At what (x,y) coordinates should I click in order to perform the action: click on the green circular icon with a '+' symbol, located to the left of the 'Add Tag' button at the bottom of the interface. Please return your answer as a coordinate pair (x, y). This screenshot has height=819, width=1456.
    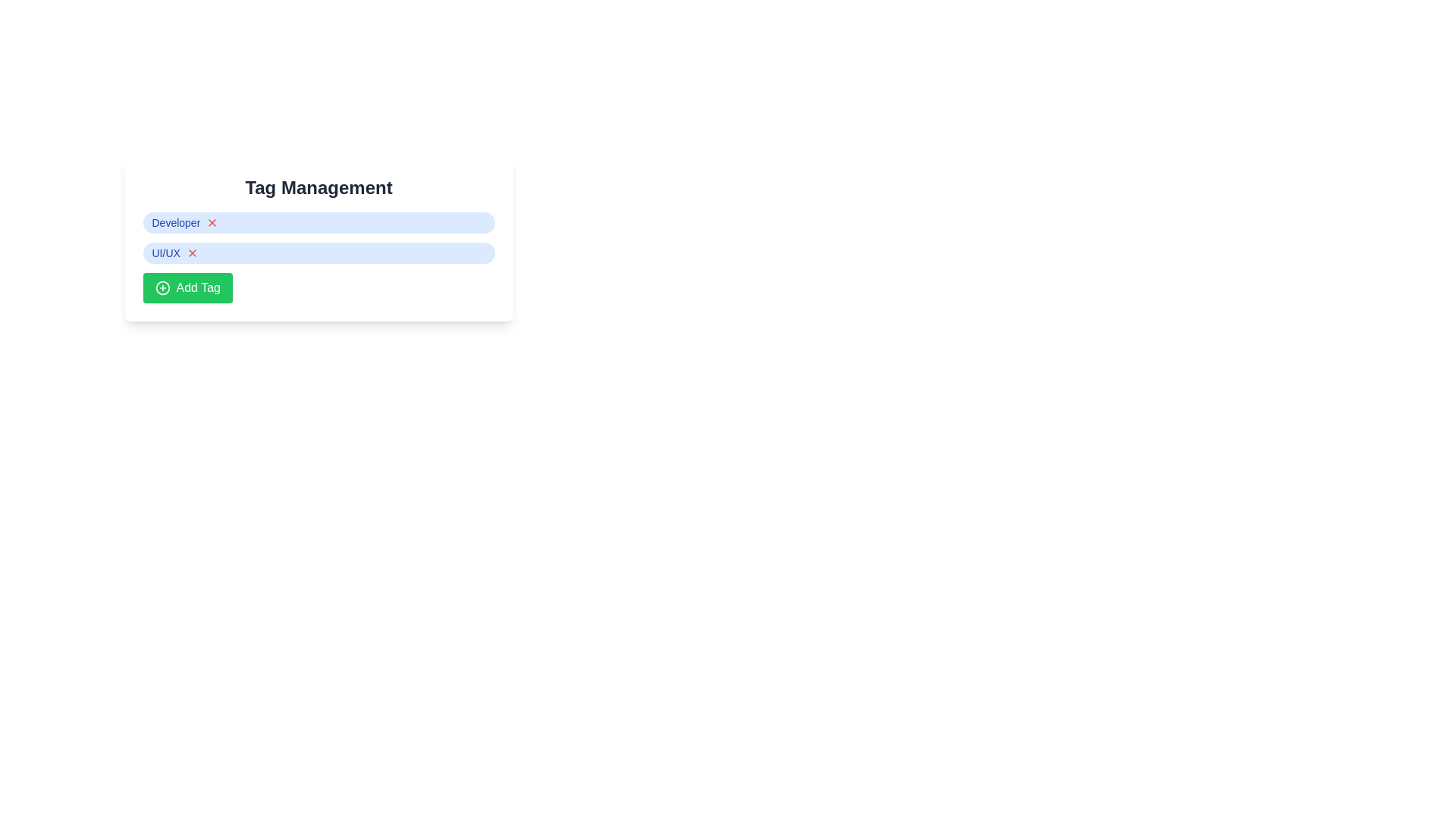
    Looking at the image, I should click on (162, 288).